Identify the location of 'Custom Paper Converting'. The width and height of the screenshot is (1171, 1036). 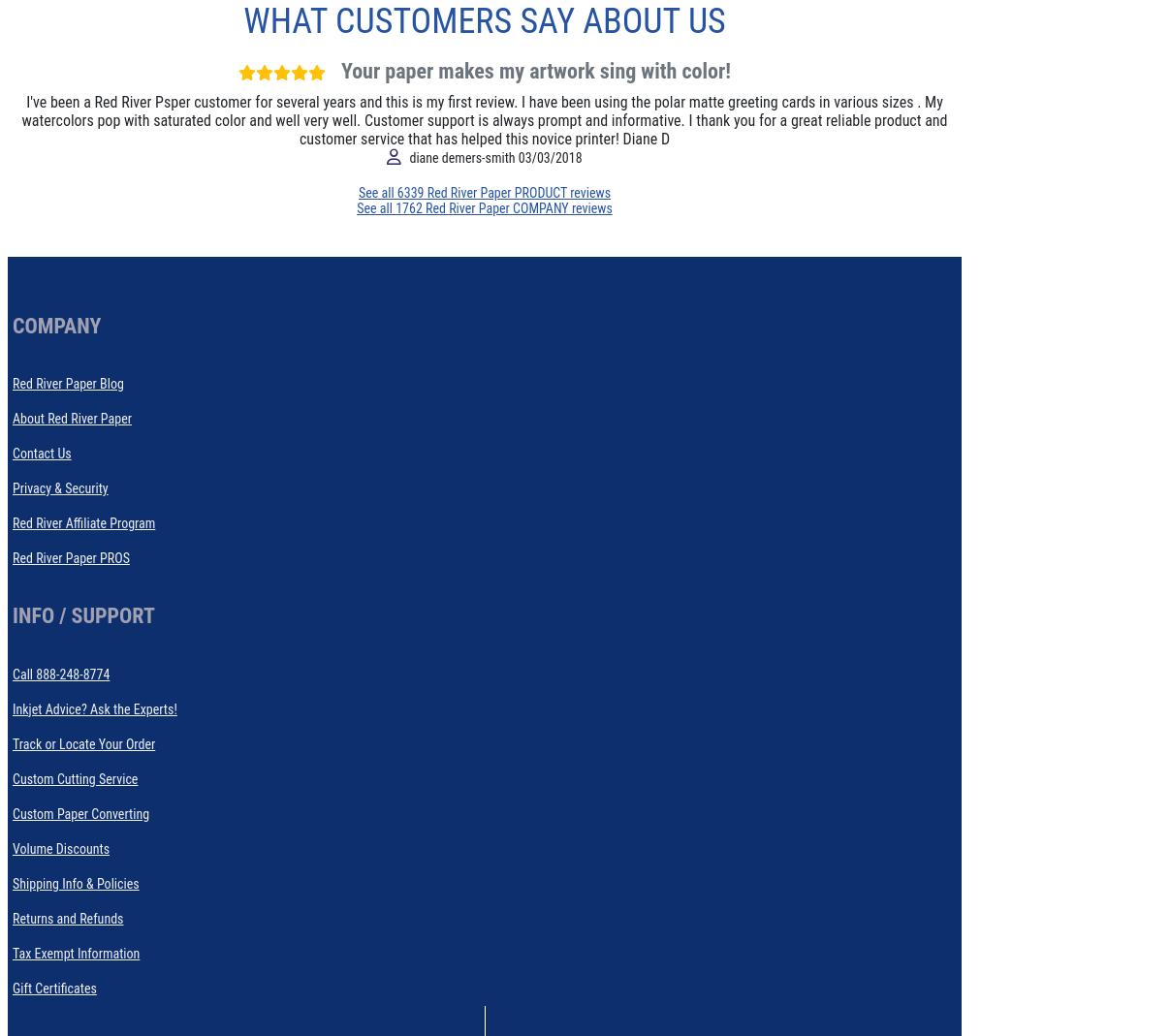
(12, 812).